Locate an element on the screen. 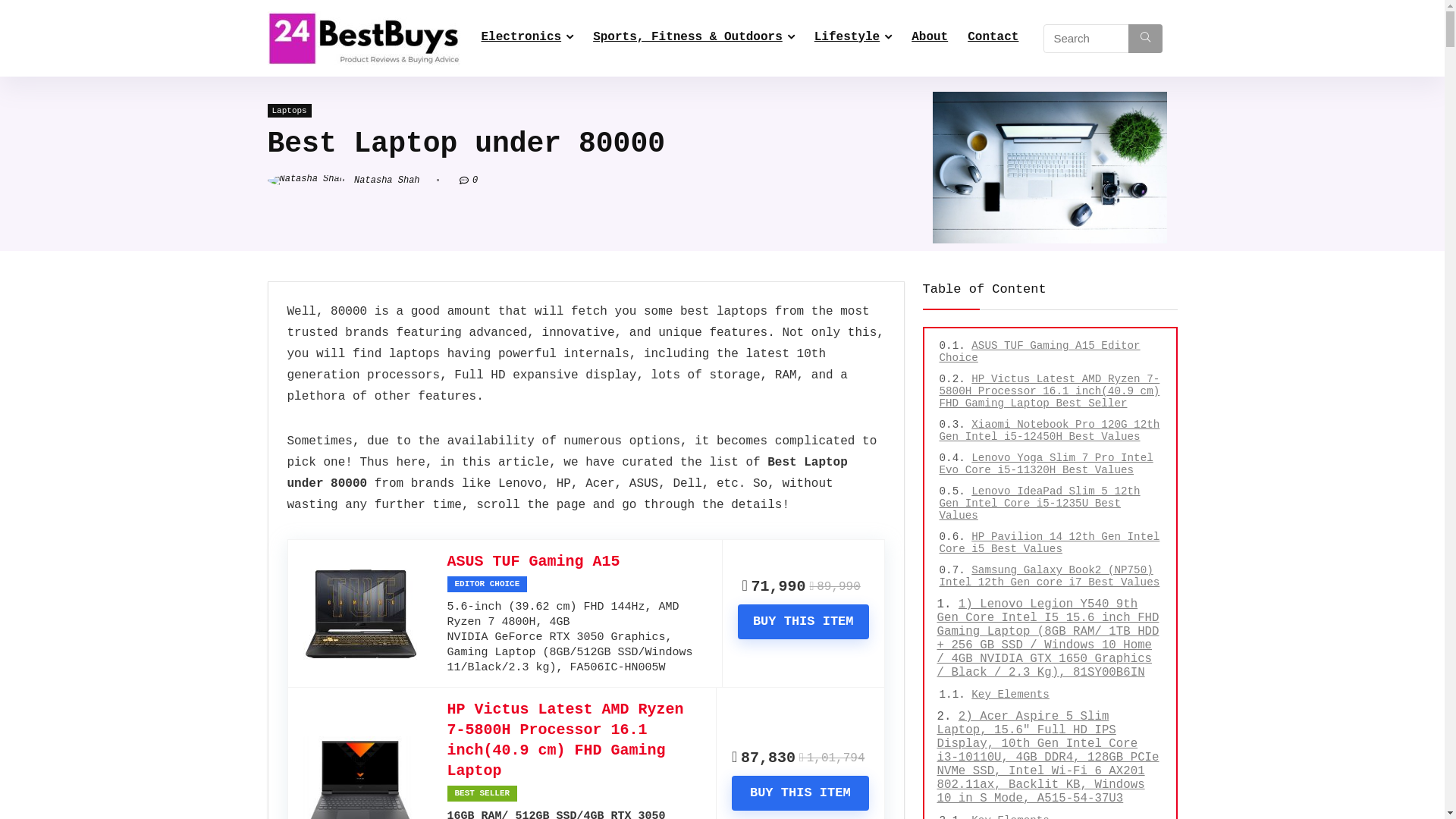 This screenshot has height=819, width=1456. 'Sports, Fitness & Outdoors' is located at coordinates (693, 37).